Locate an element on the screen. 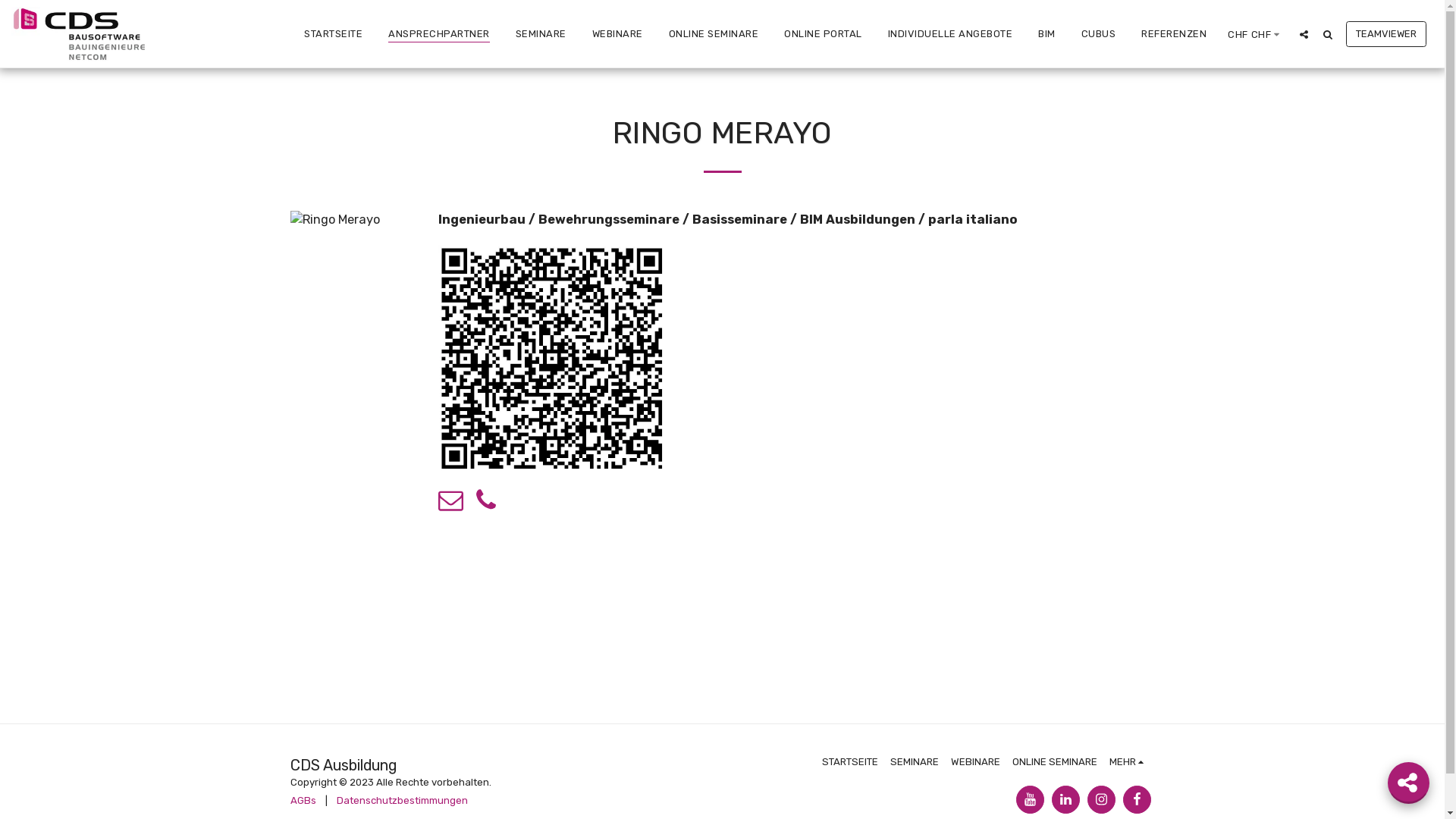 This screenshot has width=1456, height=819. 'INDIVIDUELLE ANGEBOTE' is located at coordinates (949, 33).